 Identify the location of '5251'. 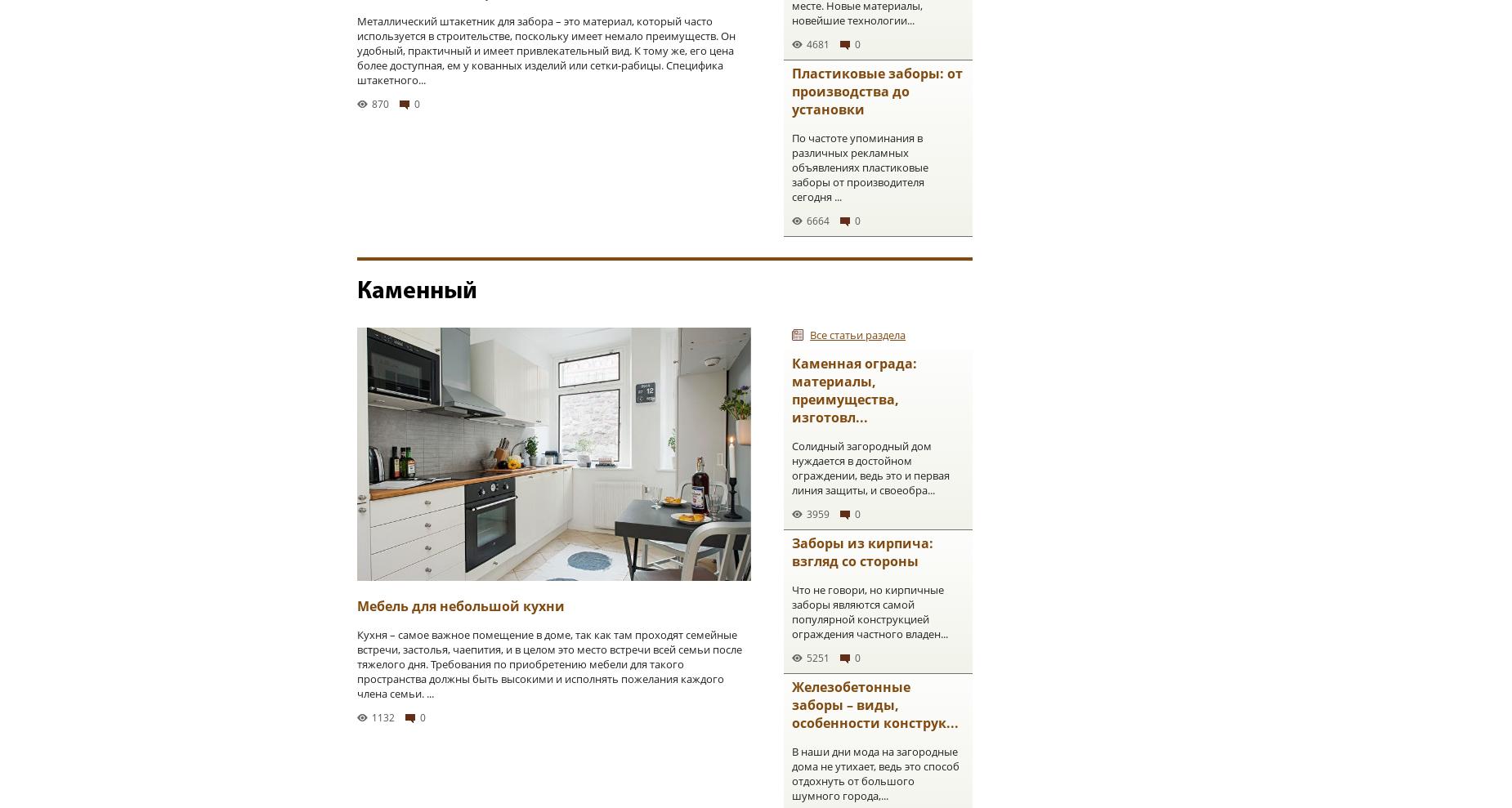
(817, 657).